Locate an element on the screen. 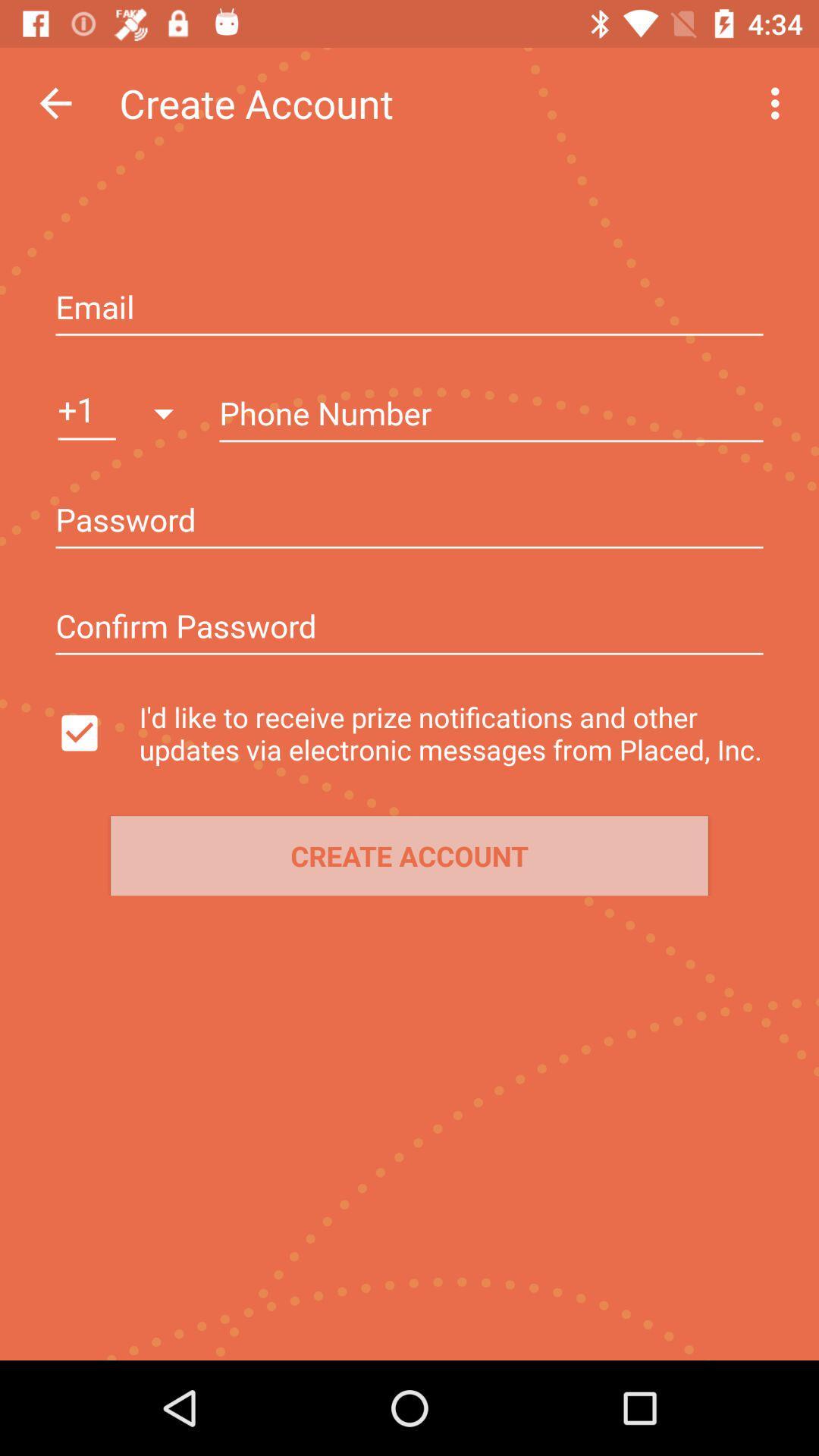  place to enter the phone number is located at coordinates (491, 415).